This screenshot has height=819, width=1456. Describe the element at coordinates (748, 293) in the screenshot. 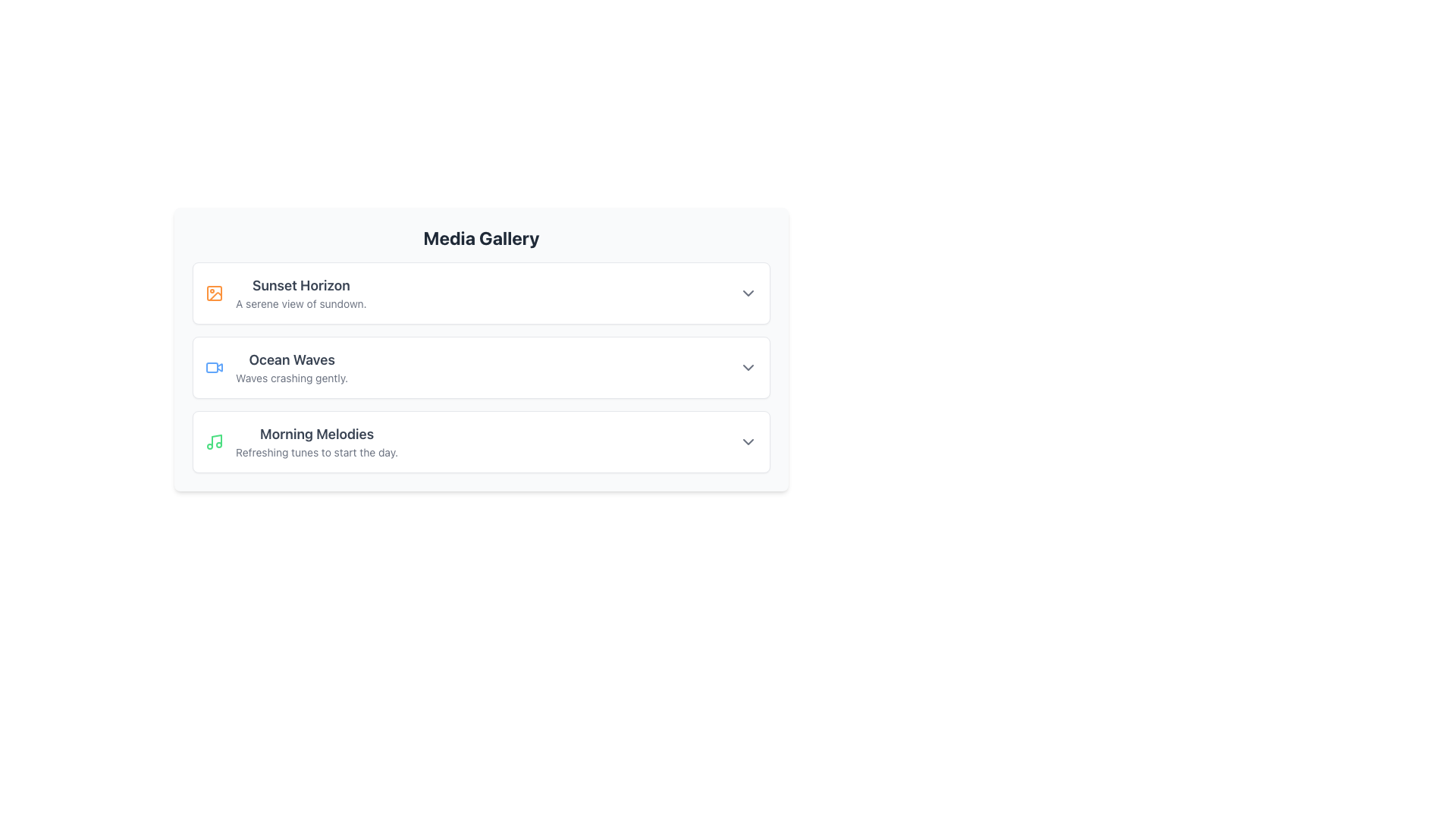

I see `the dropdown toggle located at the far right of the 'Sunset Horizon' list item` at that location.